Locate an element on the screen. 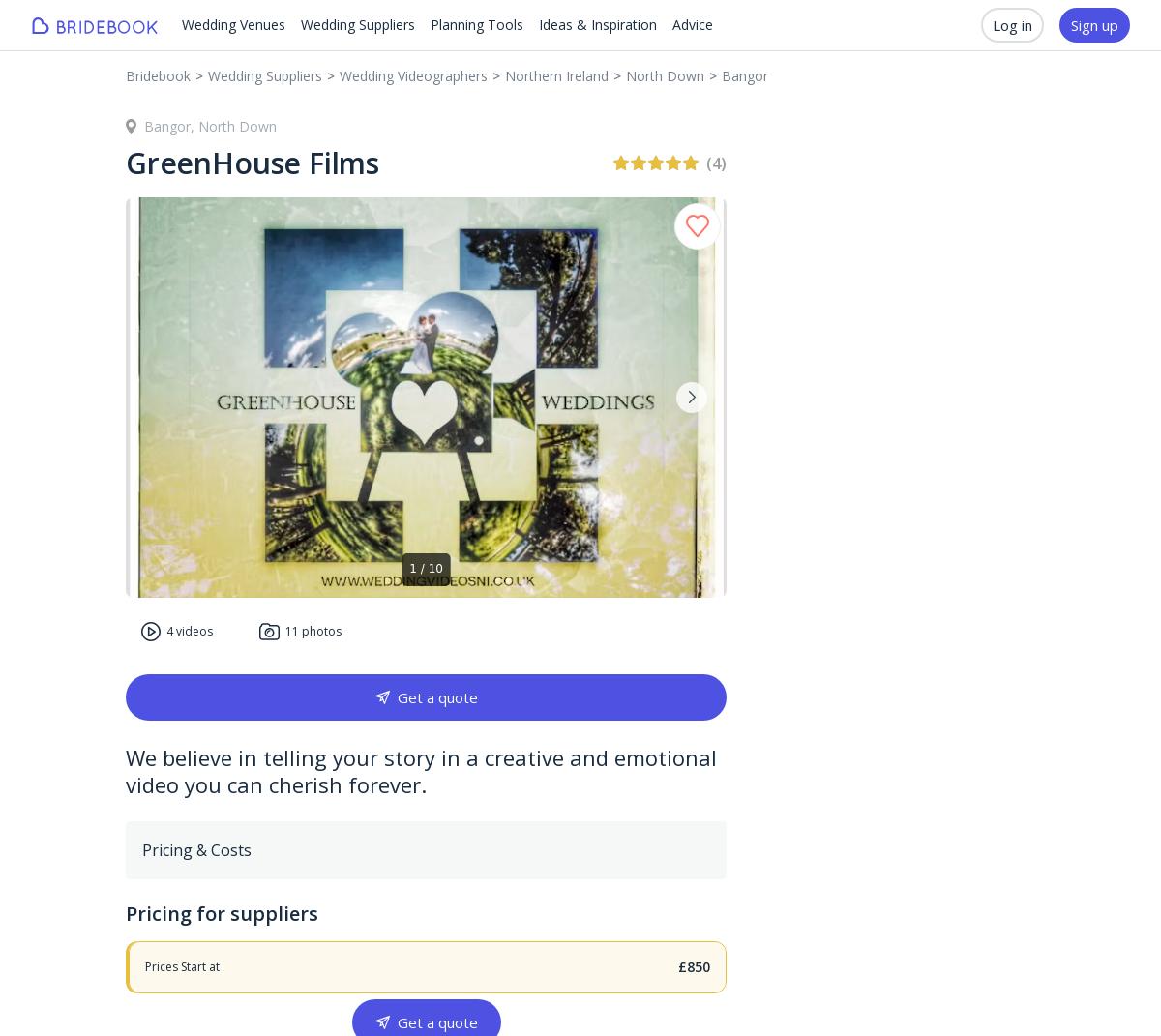  'Wedding Videographers' is located at coordinates (413, 75).